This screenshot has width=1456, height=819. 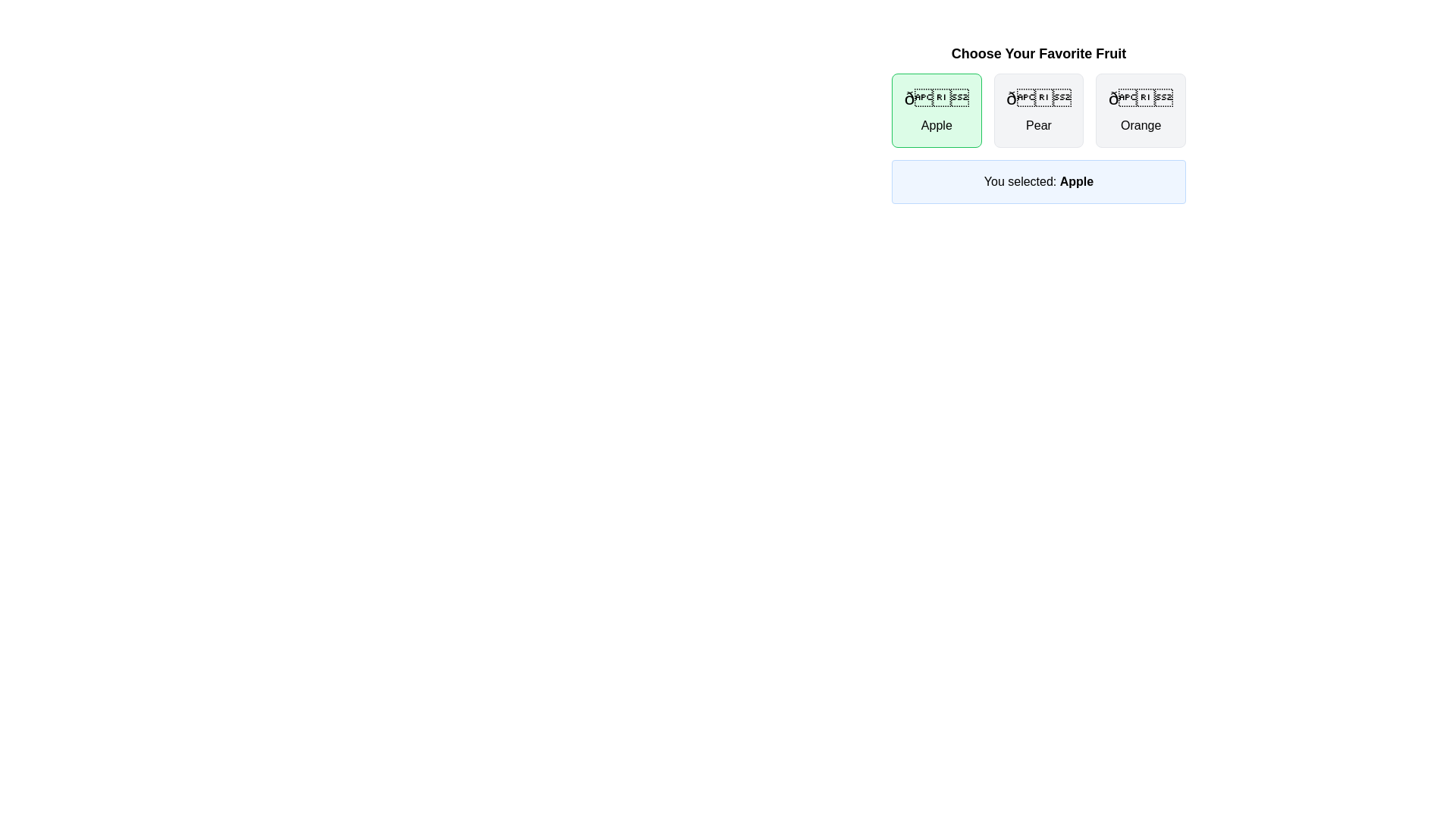 What do you see at coordinates (1037, 52) in the screenshot?
I see `the text label that serves as a title or heading, providing a prompt to the user about selecting a fruit` at bounding box center [1037, 52].